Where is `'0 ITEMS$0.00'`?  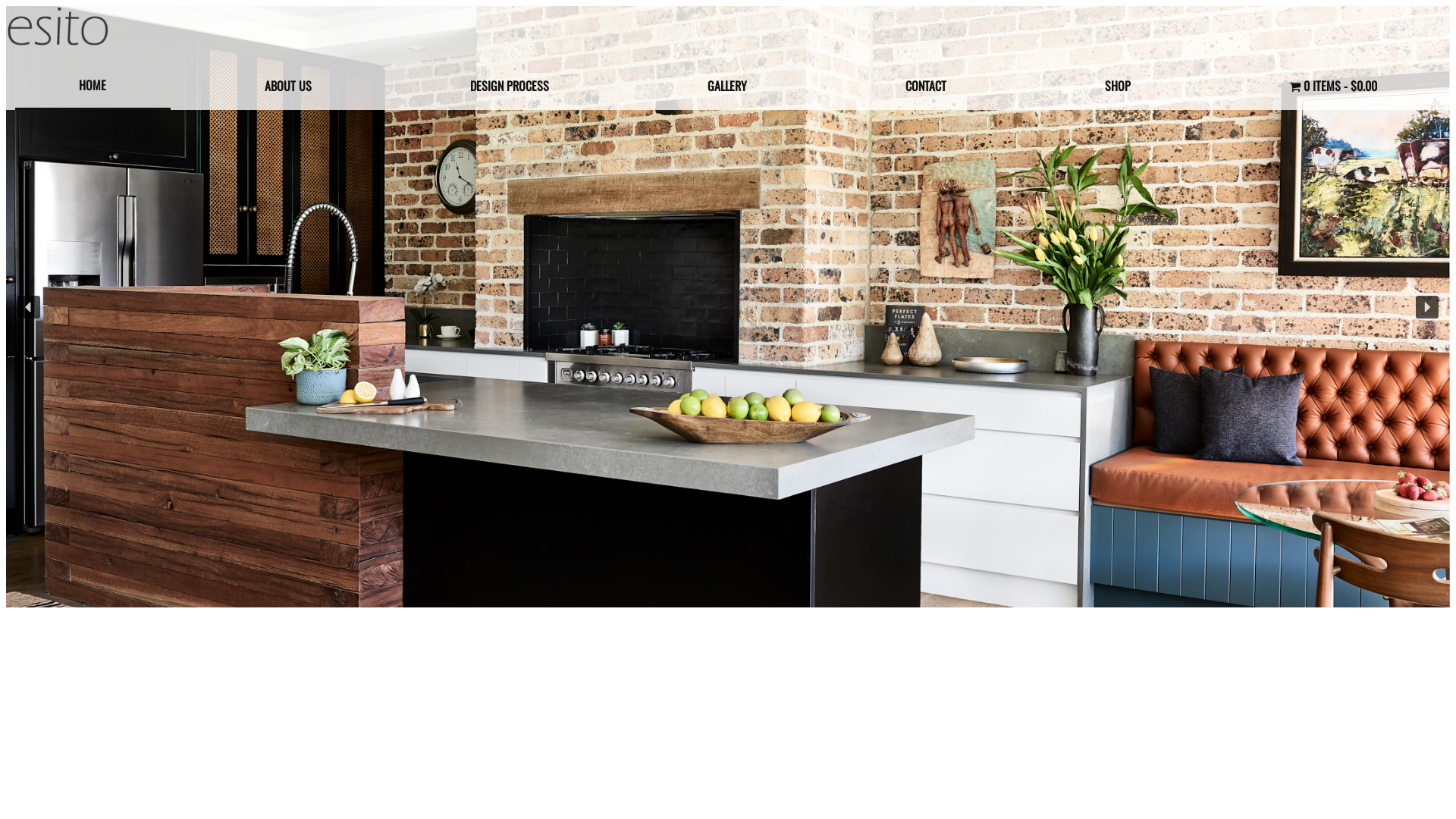 '0 ITEMS$0.00' is located at coordinates (1332, 85).